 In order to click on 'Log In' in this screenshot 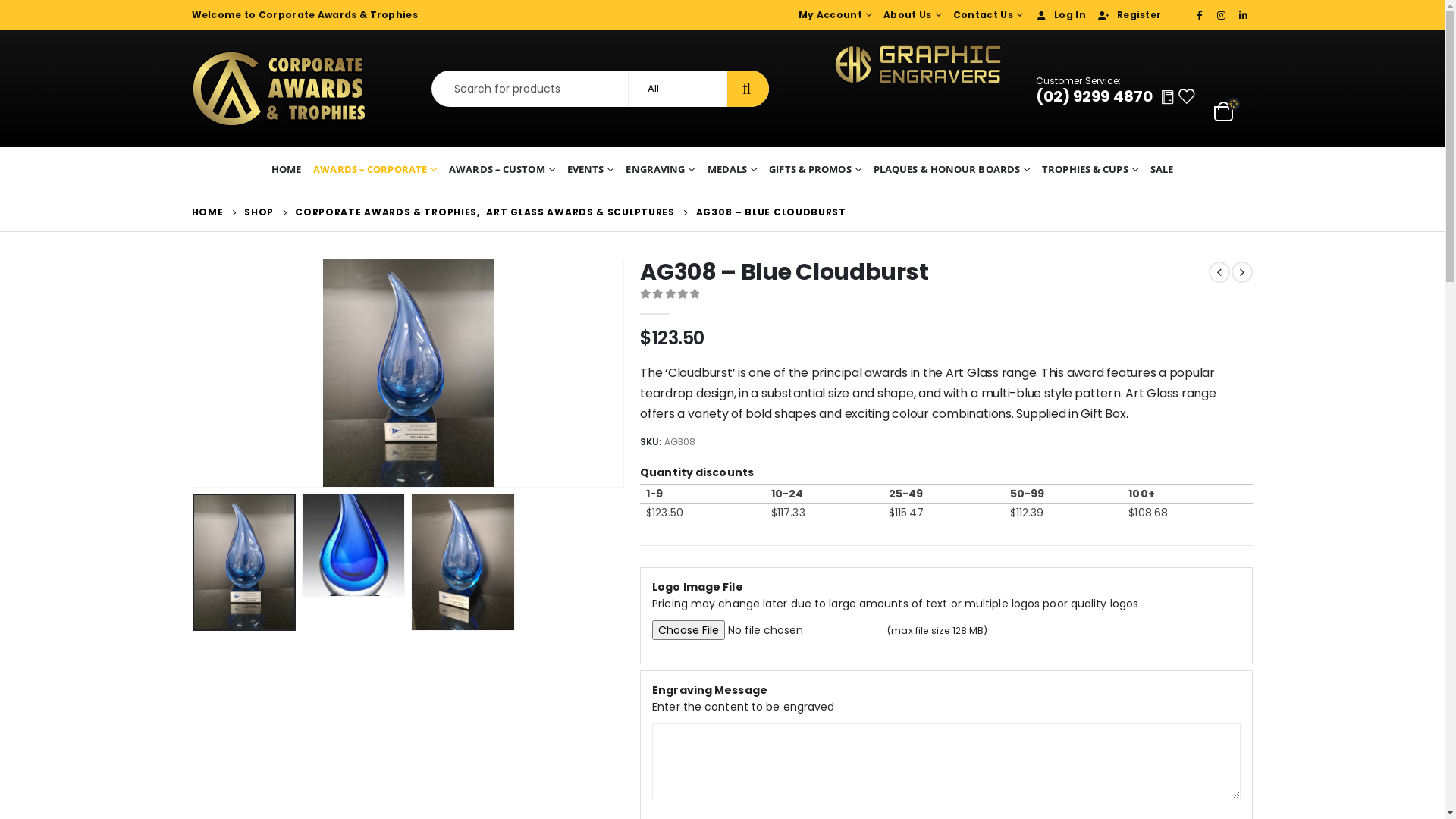, I will do `click(1057, 14)`.